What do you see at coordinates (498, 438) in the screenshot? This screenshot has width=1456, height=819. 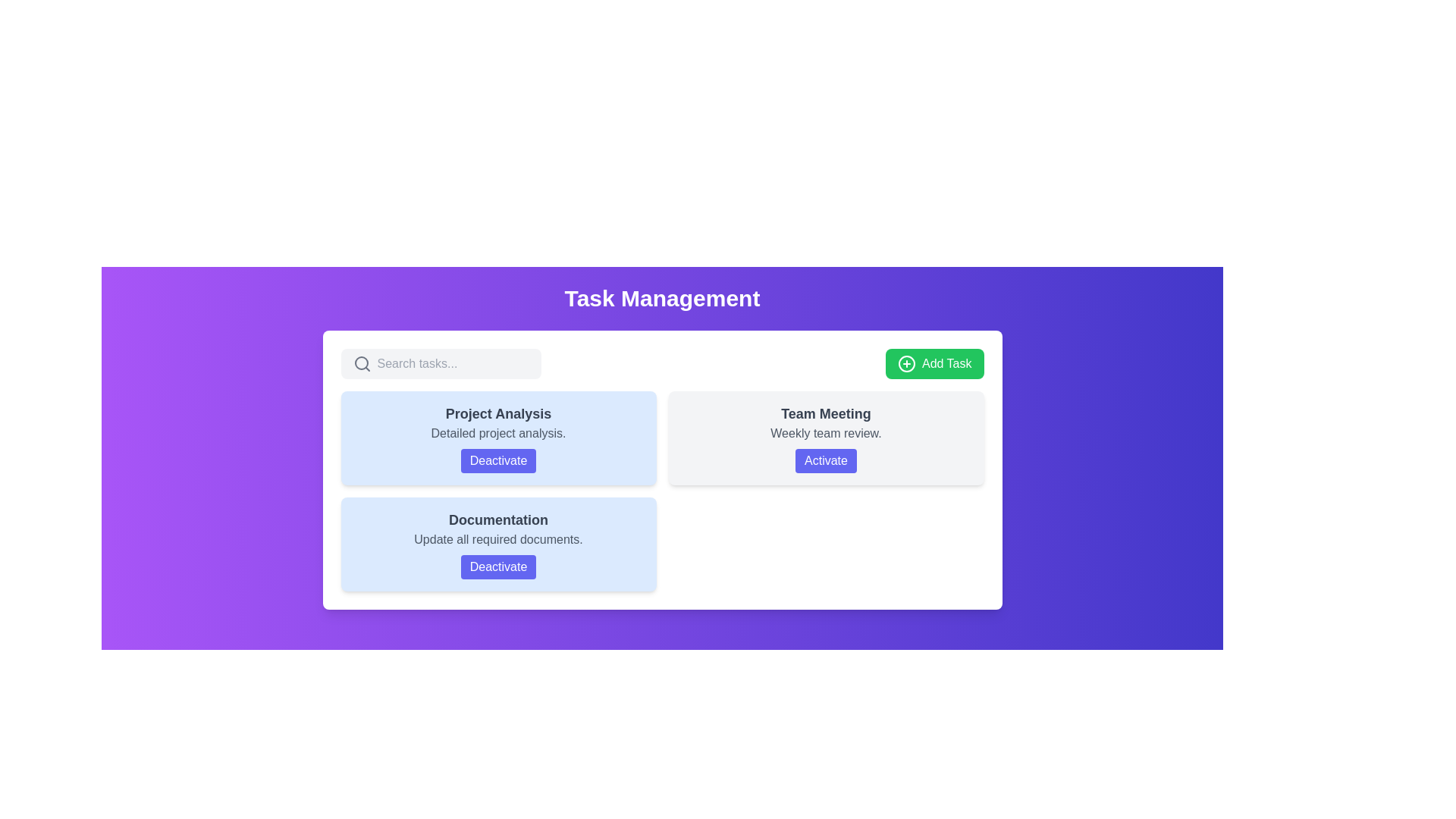 I see `the button on the 'Project Analysis' task card located in the top-left corner of the grid layout` at bounding box center [498, 438].